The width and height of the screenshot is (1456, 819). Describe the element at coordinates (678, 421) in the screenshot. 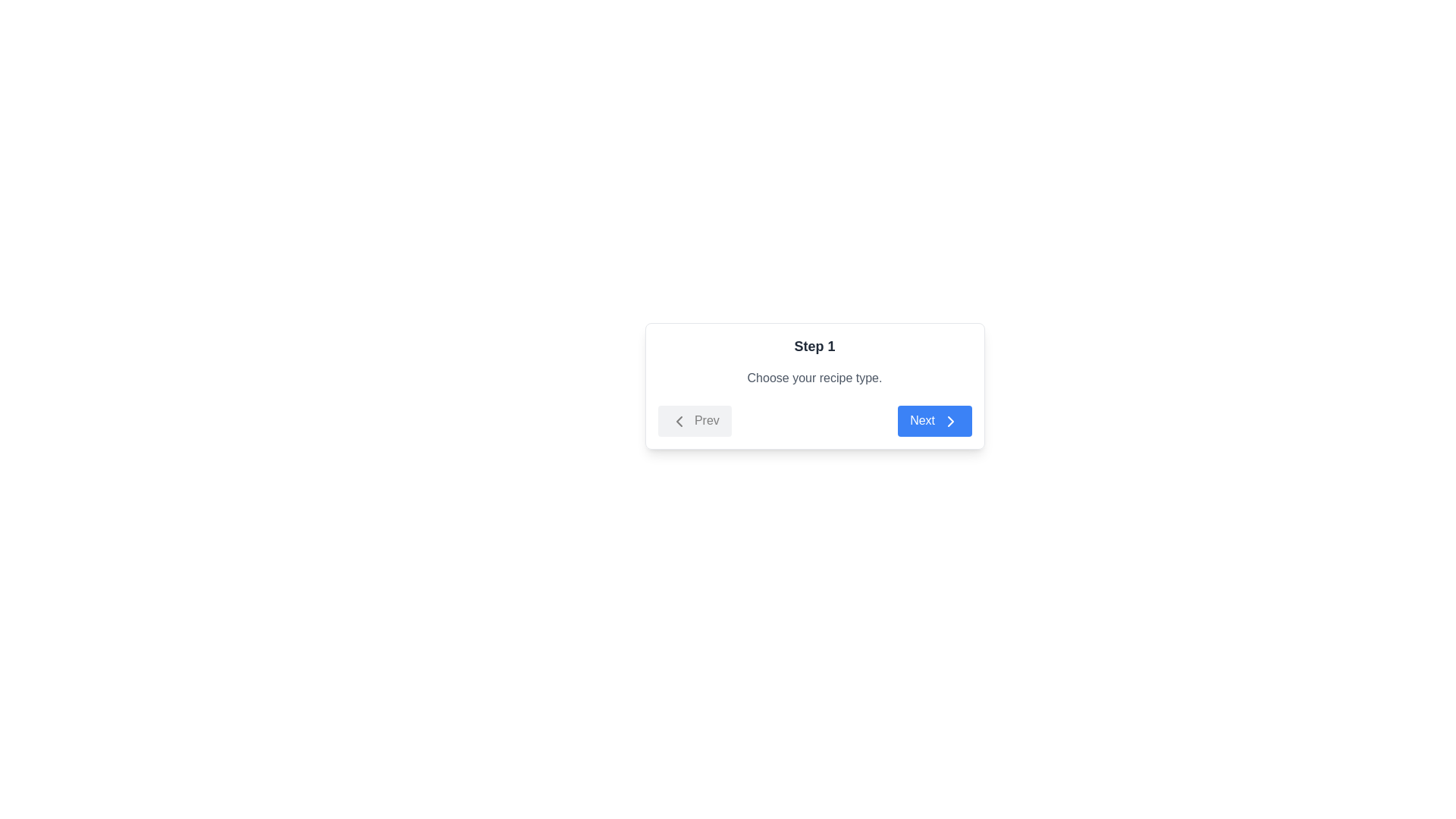

I see `the 'Prev' button, which features a chevron icon for backward navigation in the step-based interface` at that location.